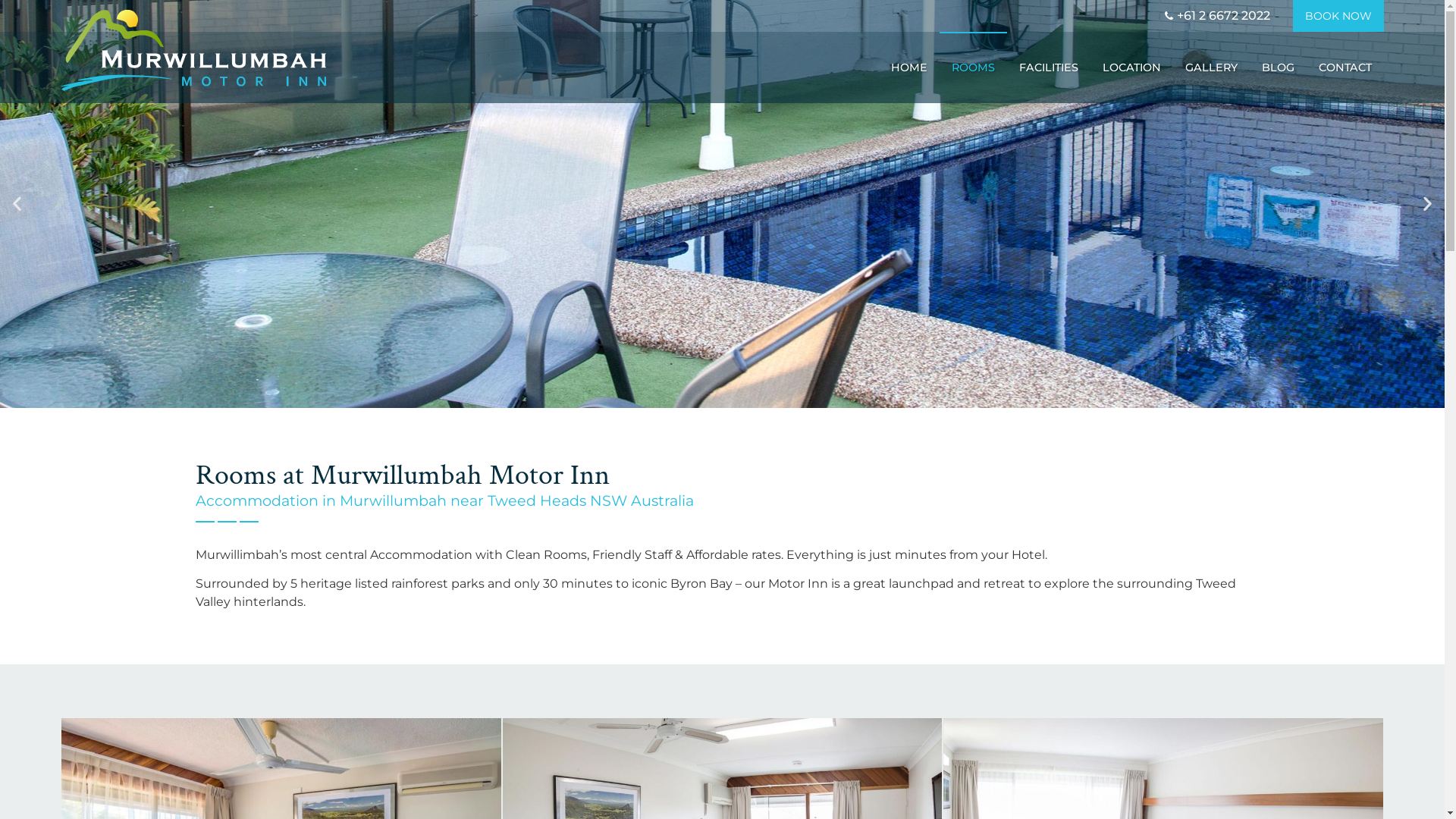 The image size is (1456, 819). What do you see at coordinates (1216, 15) in the screenshot?
I see `'+61 2 6672 2022'` at bounding box center [1216, 15].